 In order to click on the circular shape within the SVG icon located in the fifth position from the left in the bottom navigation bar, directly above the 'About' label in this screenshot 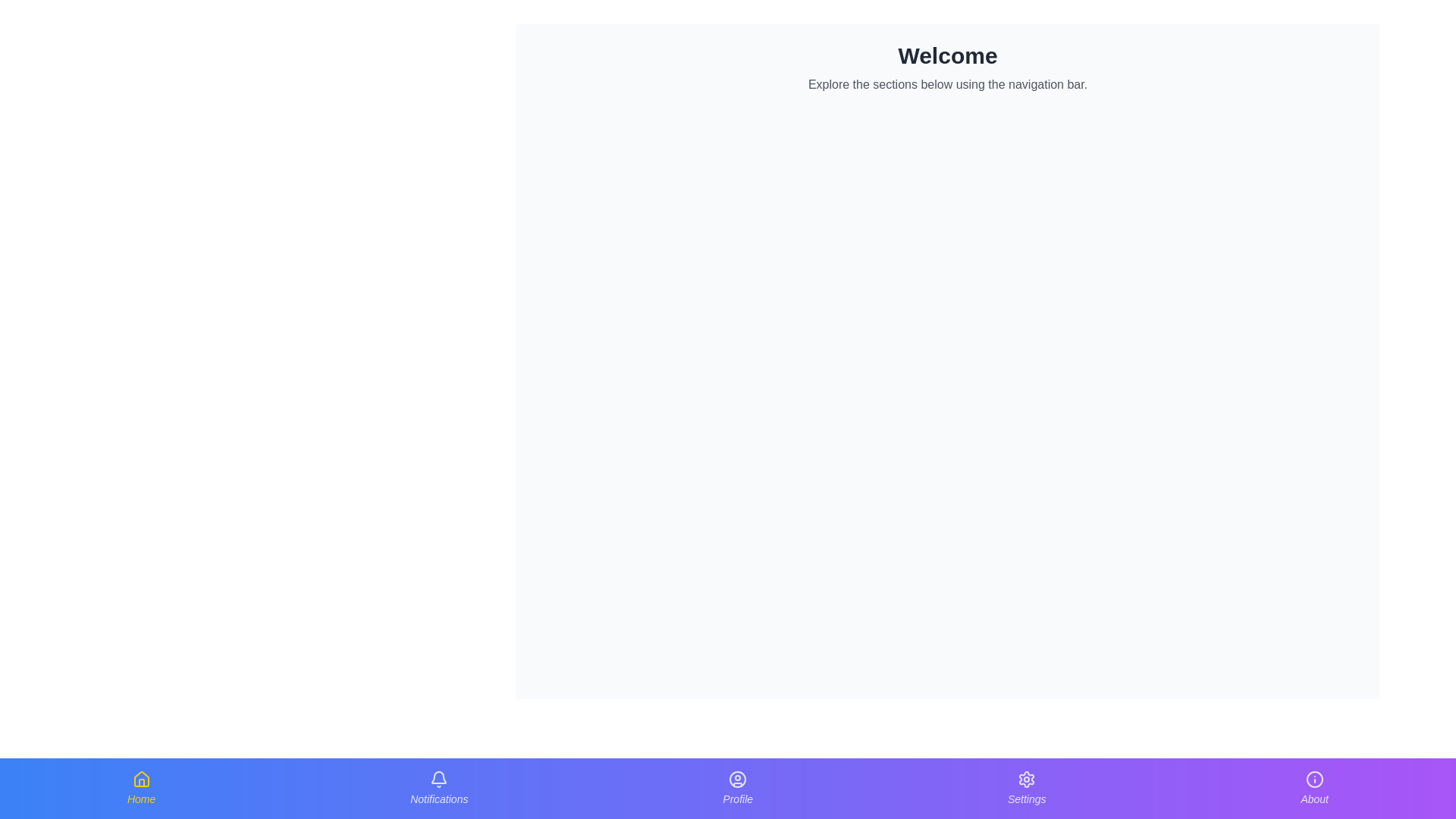, I will do `click(1313, 780)`.